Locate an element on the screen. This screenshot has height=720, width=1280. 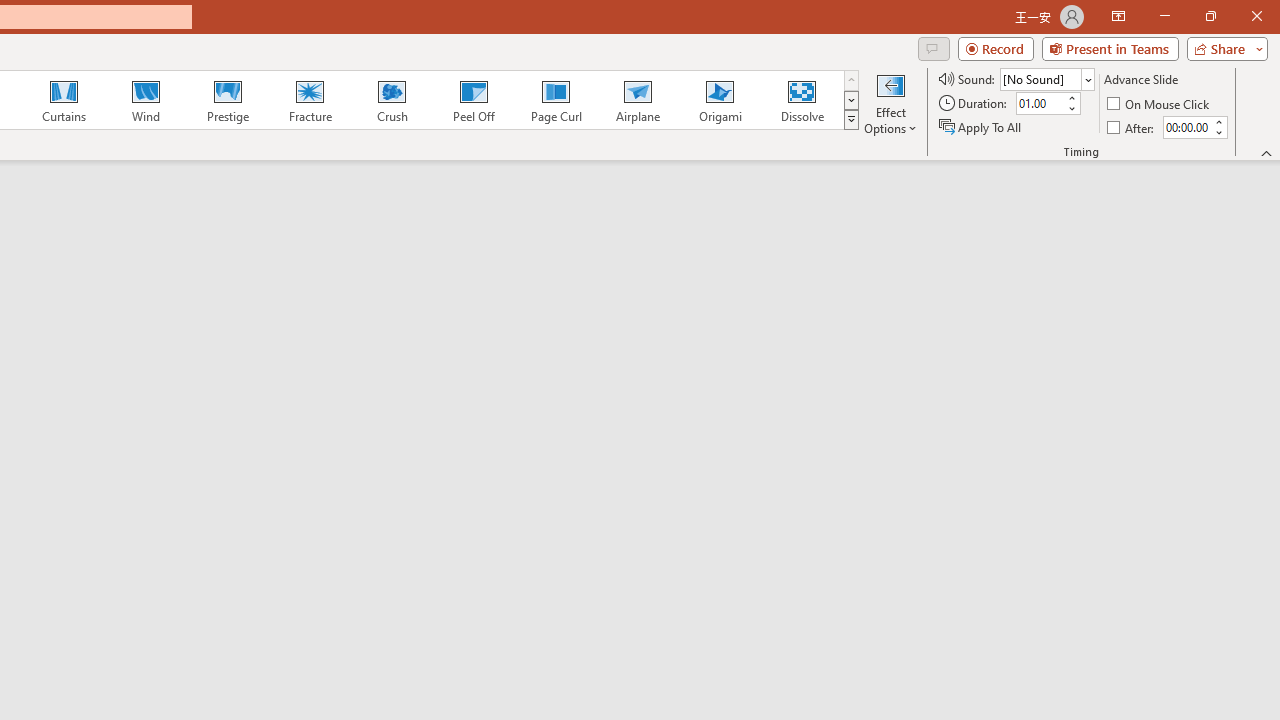
'Dissolve' is located at coordinates (802, 100).